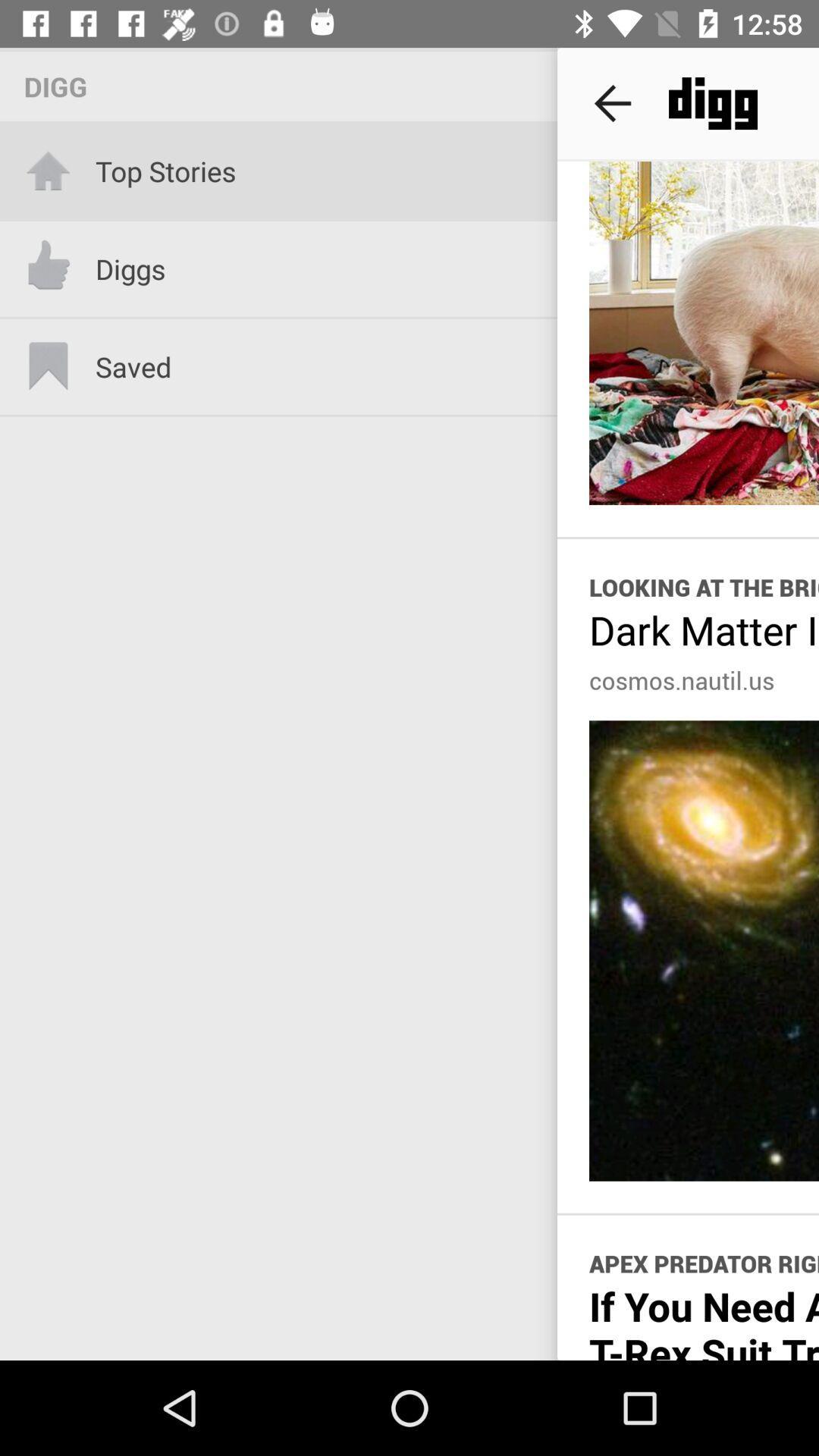 This screenshot has height=1456, width=819. What do you see at coordinates (704, 1263) in the screenshot?
I see `apex predator right icon` at bounding box center [704, 1263].